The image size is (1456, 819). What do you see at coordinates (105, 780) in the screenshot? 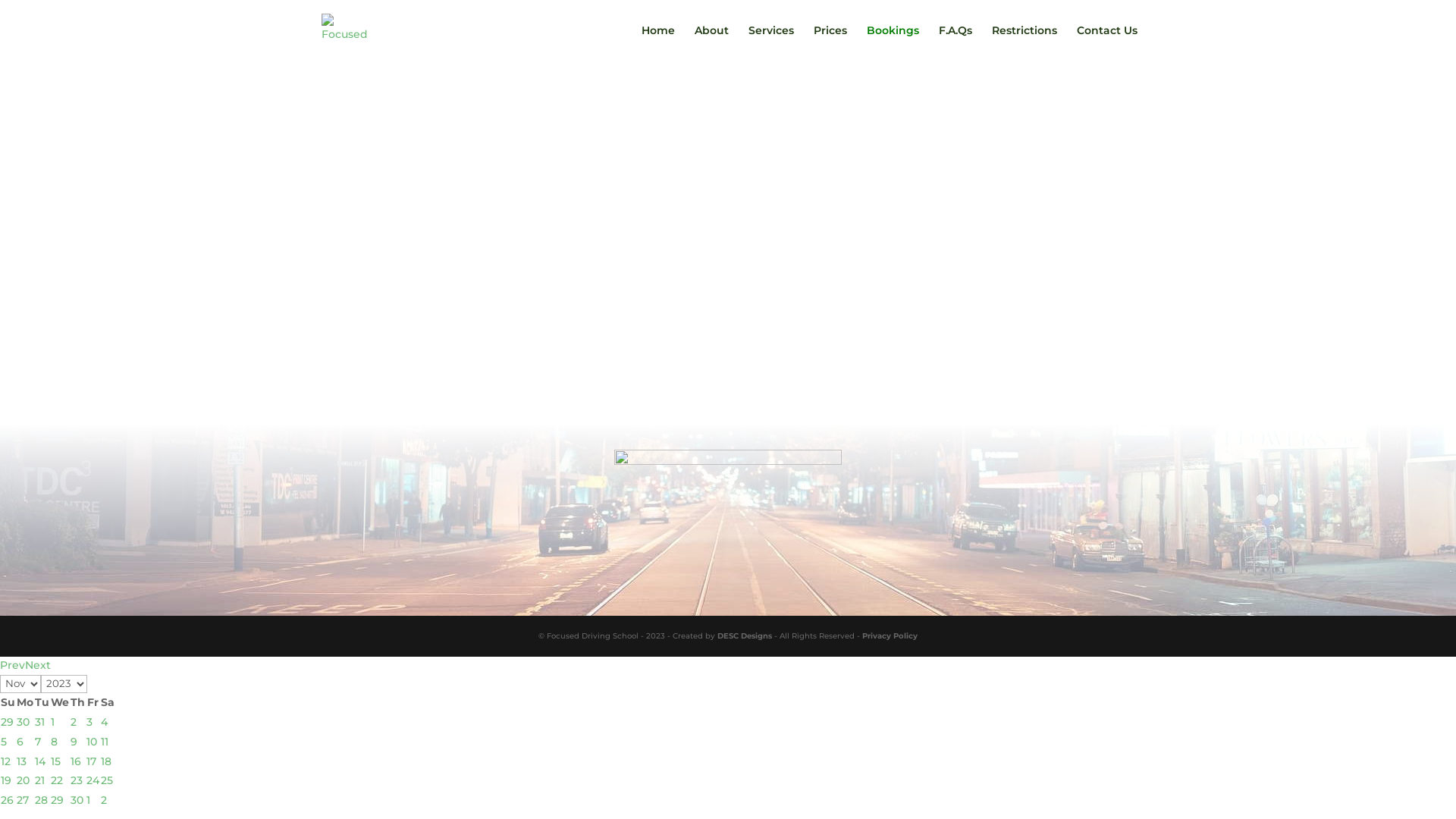
I see `'25'` at bounding box center [105, 780].